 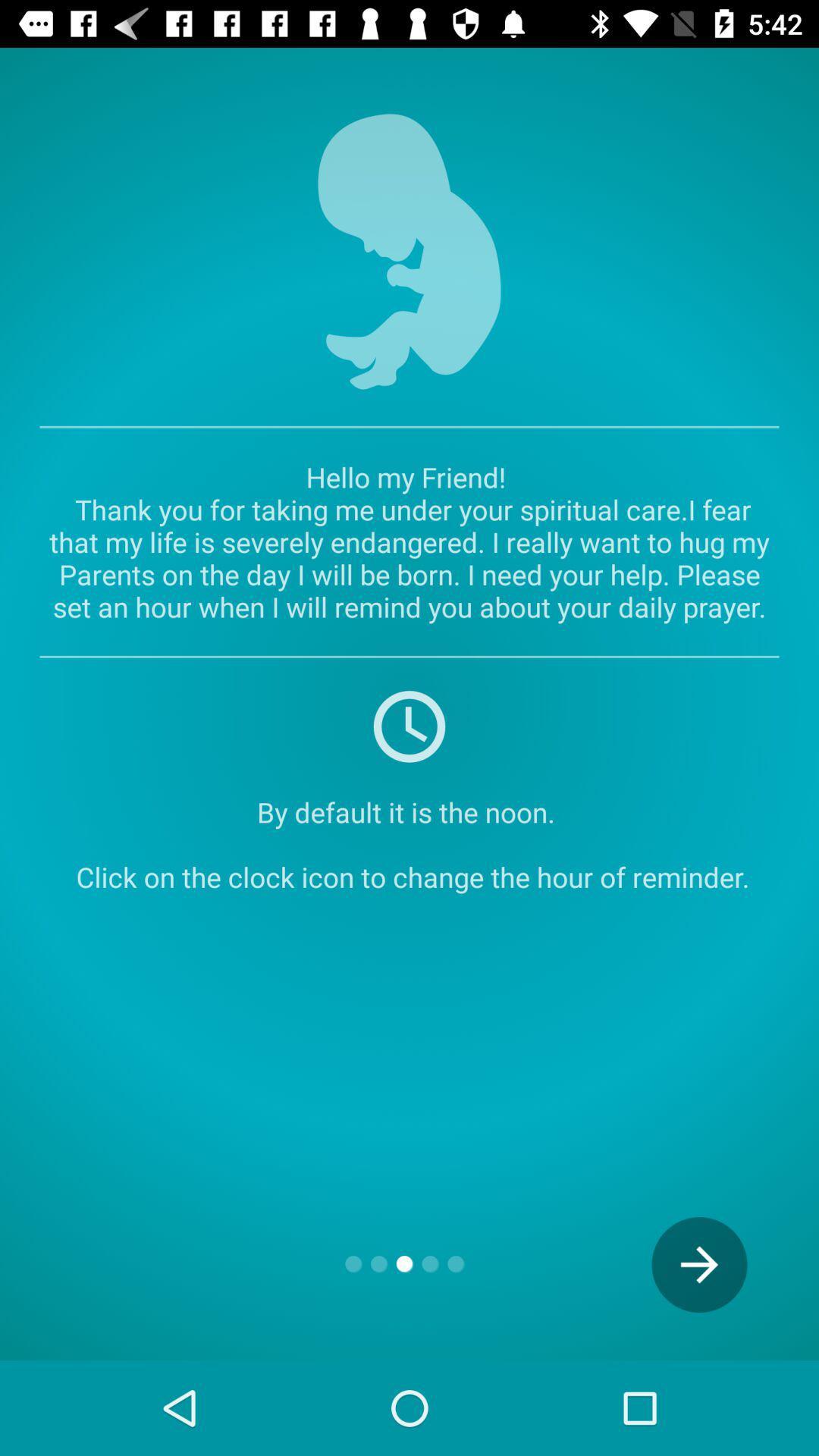 I want to click on the arrow_forward icon, so click(x=699, y=1264).